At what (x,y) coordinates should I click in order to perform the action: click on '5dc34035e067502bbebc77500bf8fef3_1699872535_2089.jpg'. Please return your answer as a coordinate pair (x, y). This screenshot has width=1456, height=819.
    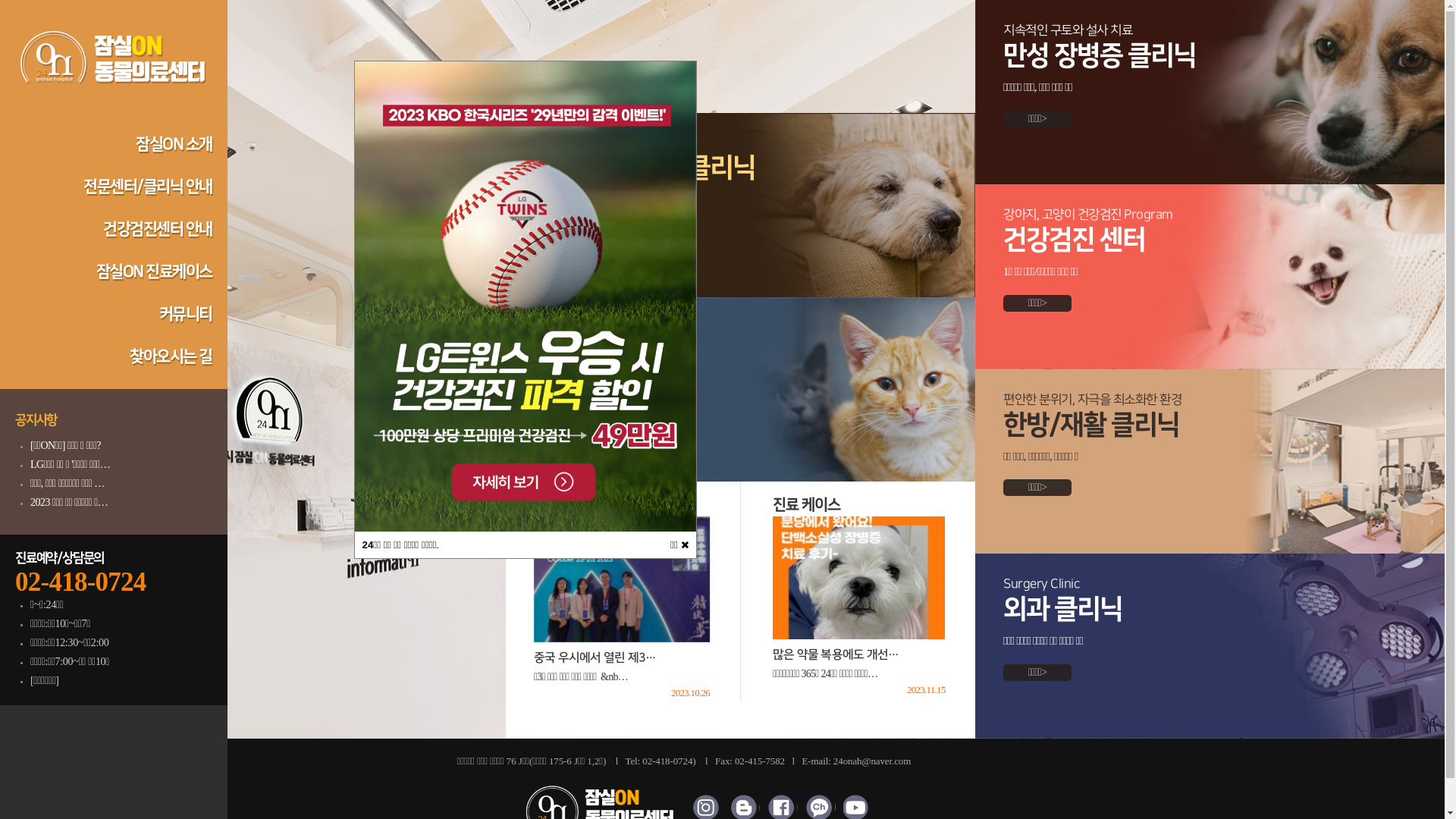
    Looking at the image, I should click on (525, 296).